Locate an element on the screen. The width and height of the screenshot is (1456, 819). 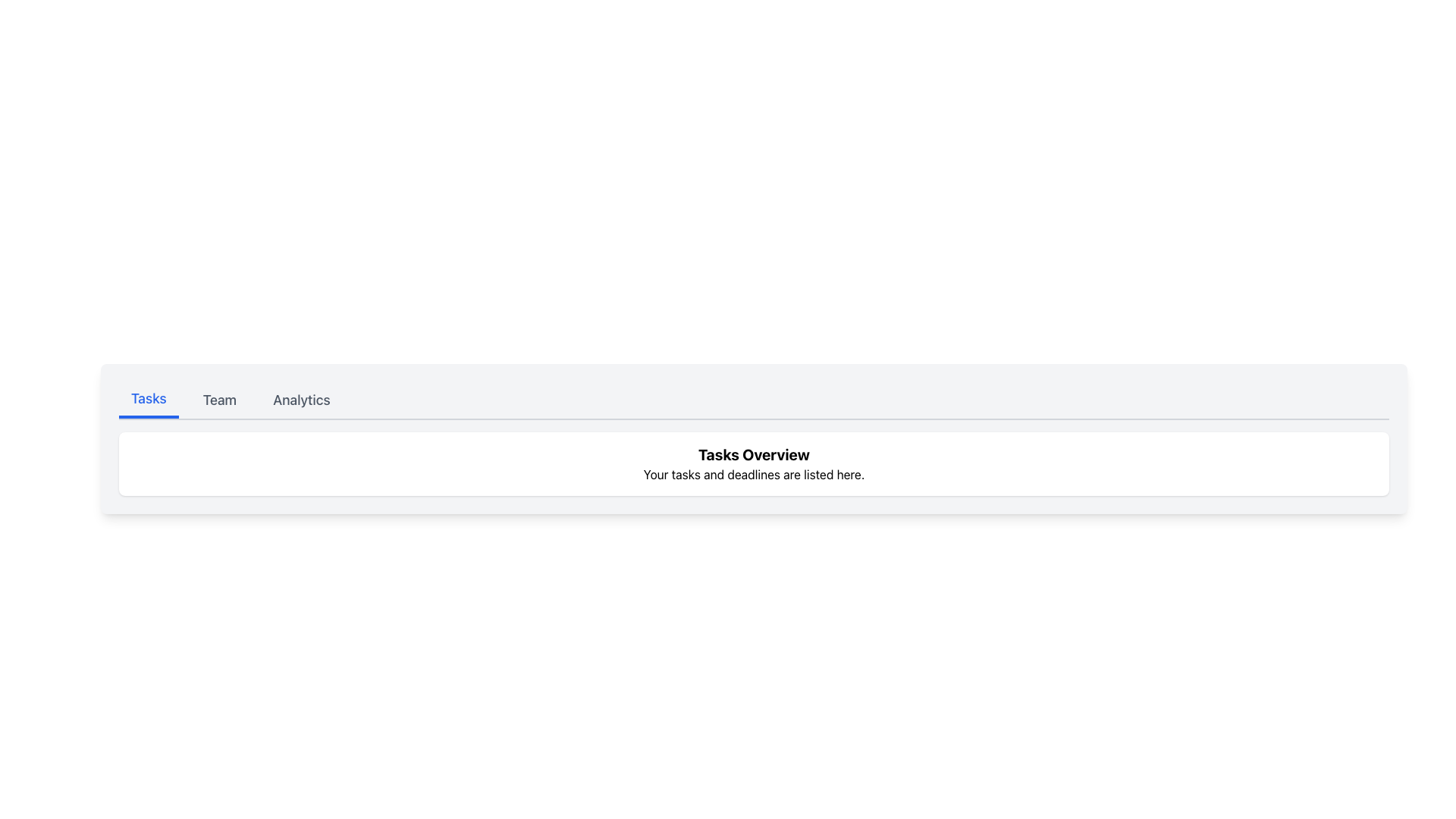
the bold text label displaying 'Tasks Overview' located at the top of its section is located at coordinates (754, 454).